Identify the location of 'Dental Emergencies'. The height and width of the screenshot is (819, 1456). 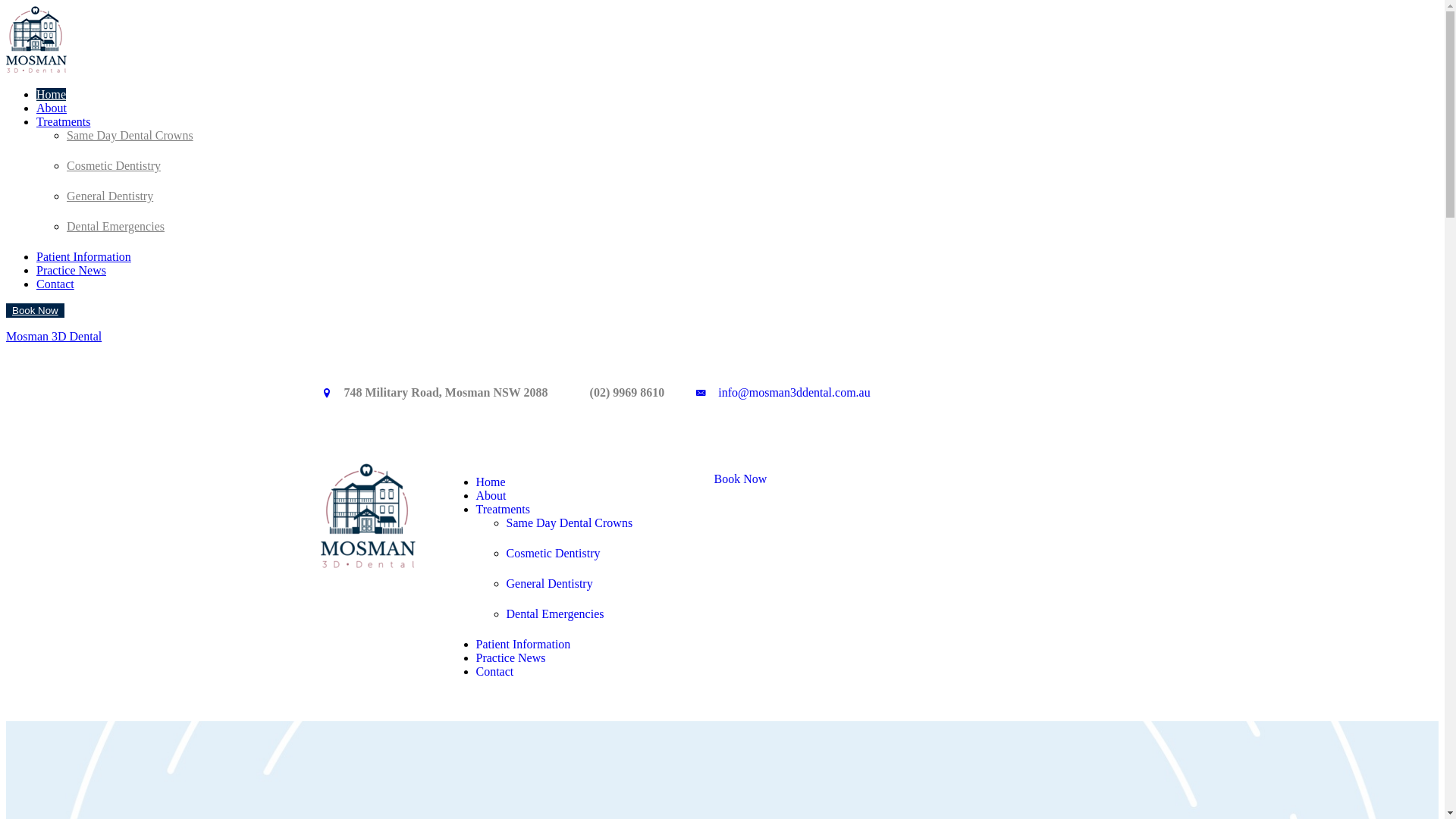
(65, 226).